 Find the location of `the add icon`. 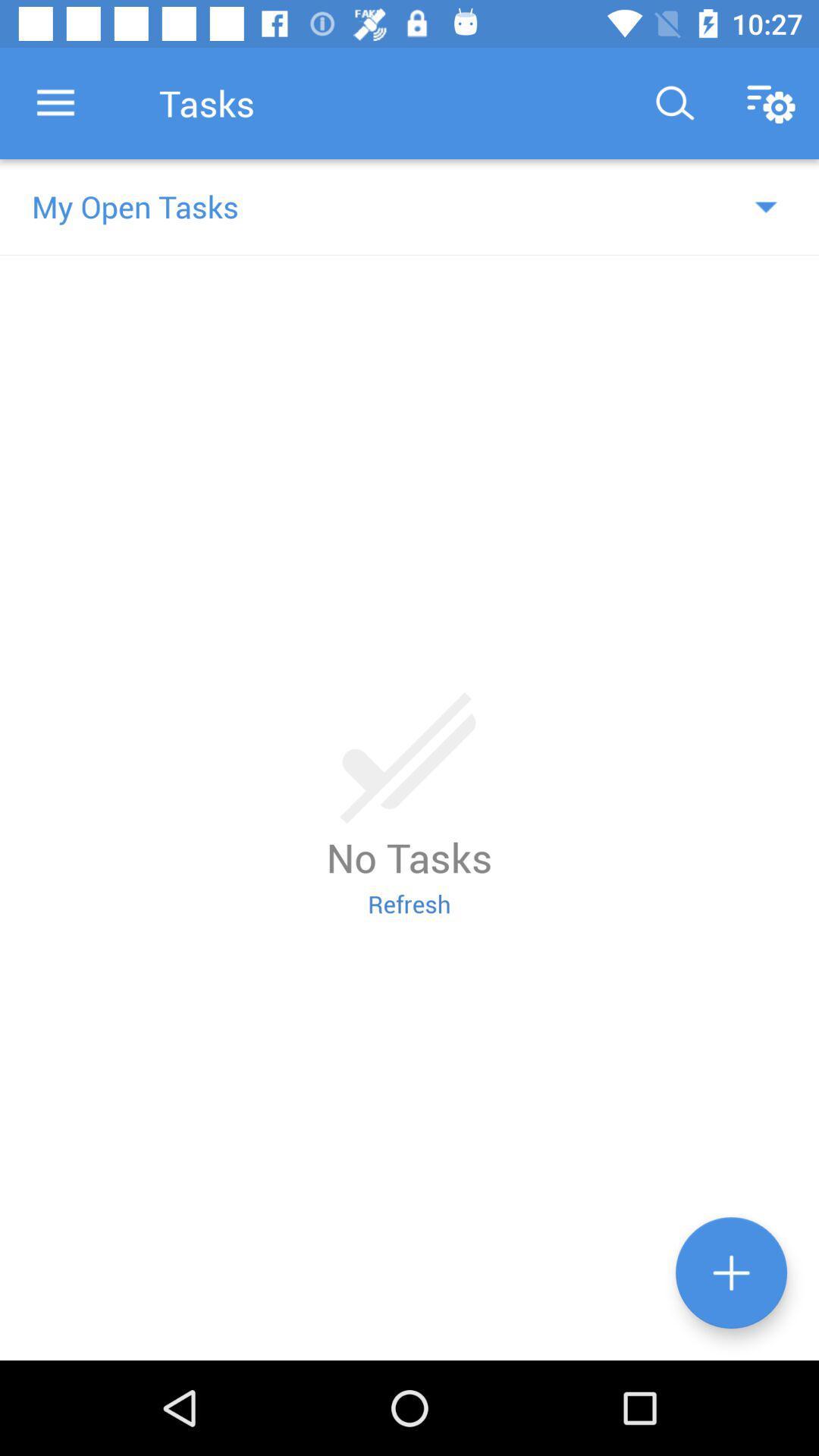

the add icon is located at coordinates (730, 1272).